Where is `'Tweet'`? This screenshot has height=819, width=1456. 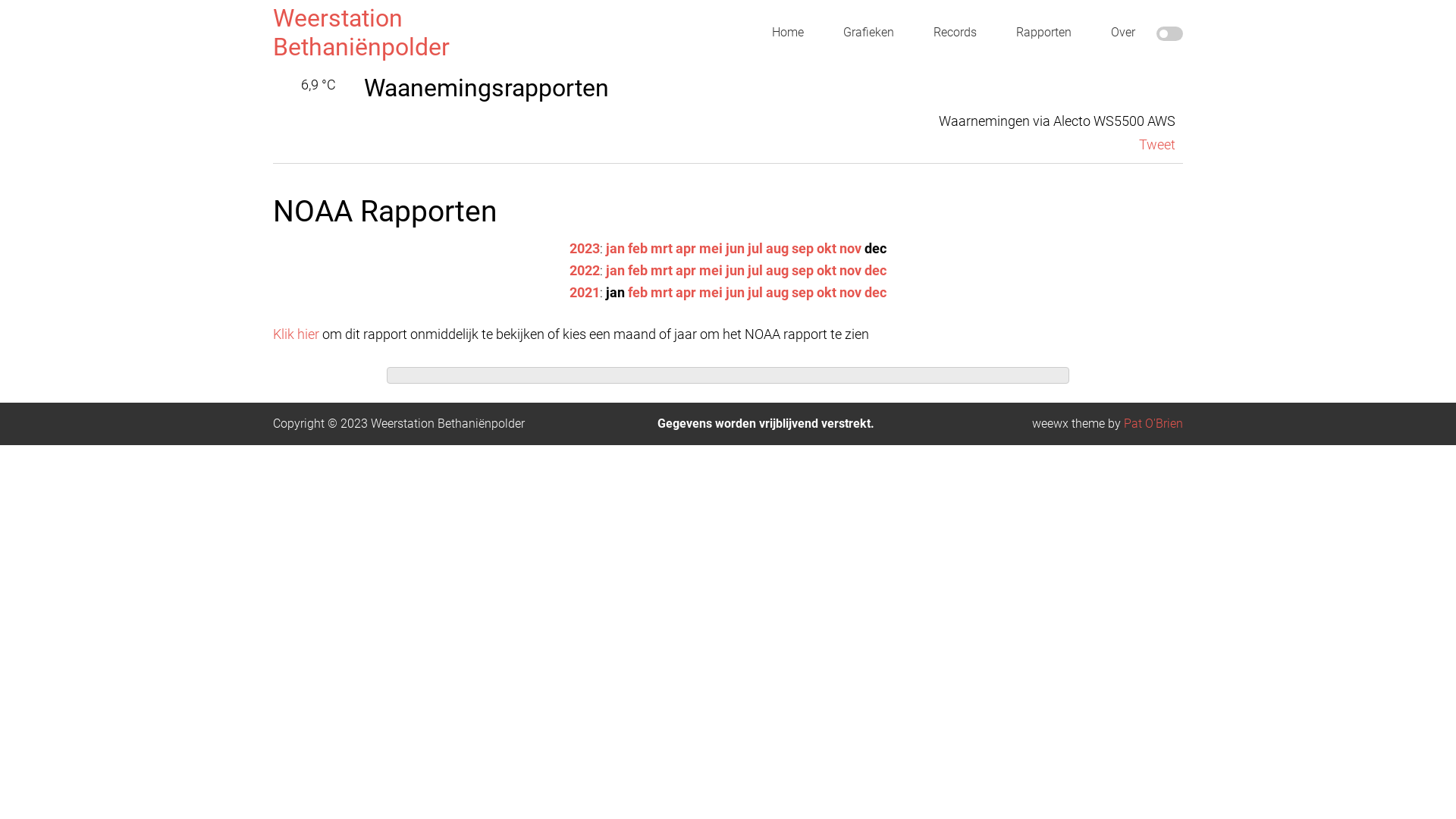
'Tweet' is located at coordinates (1139, 144).